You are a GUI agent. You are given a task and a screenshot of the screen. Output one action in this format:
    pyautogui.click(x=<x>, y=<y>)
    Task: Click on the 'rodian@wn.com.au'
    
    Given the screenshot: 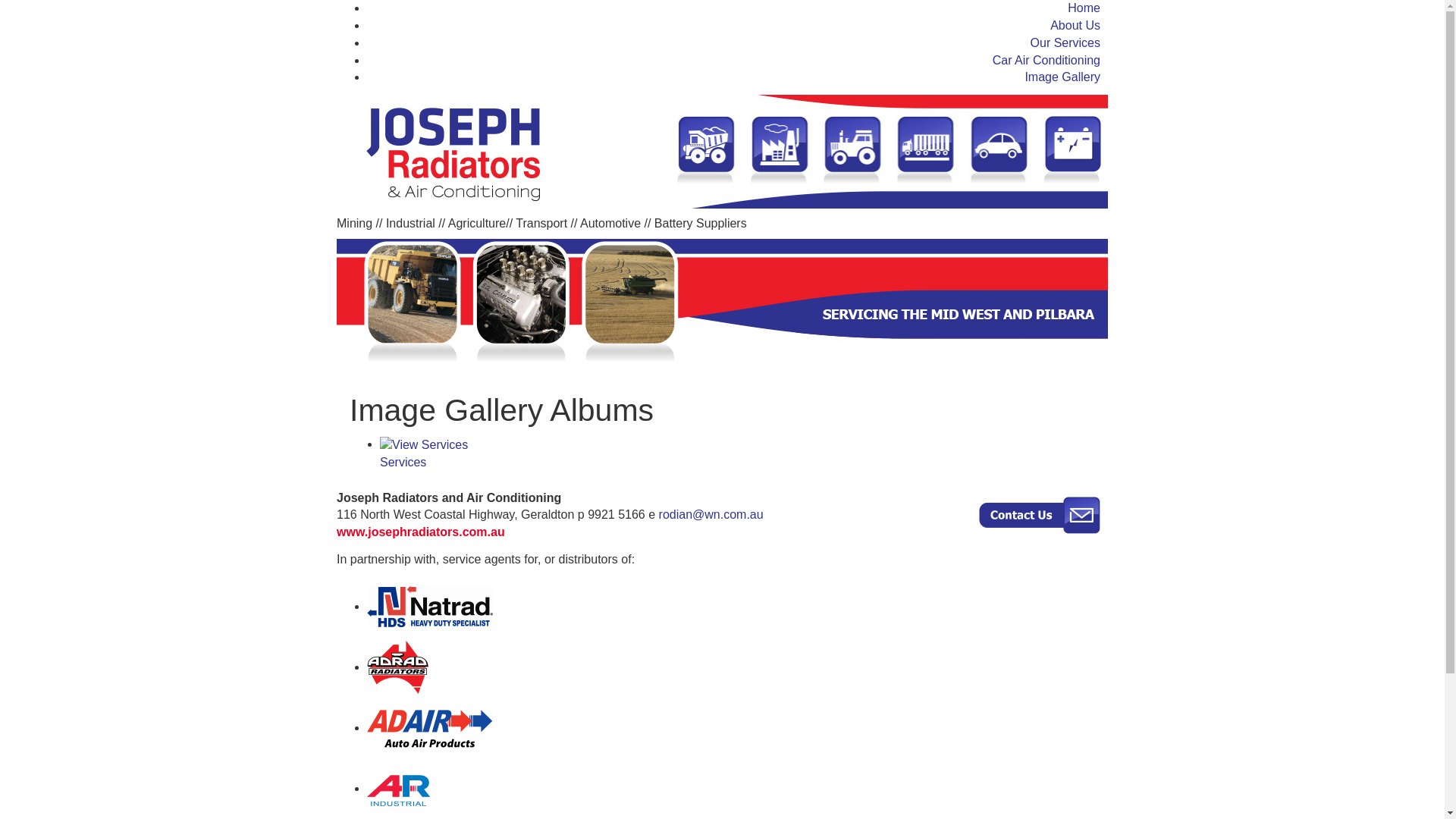 What is the action you would take?
    pyautogui.click(x=710, y=513)
    